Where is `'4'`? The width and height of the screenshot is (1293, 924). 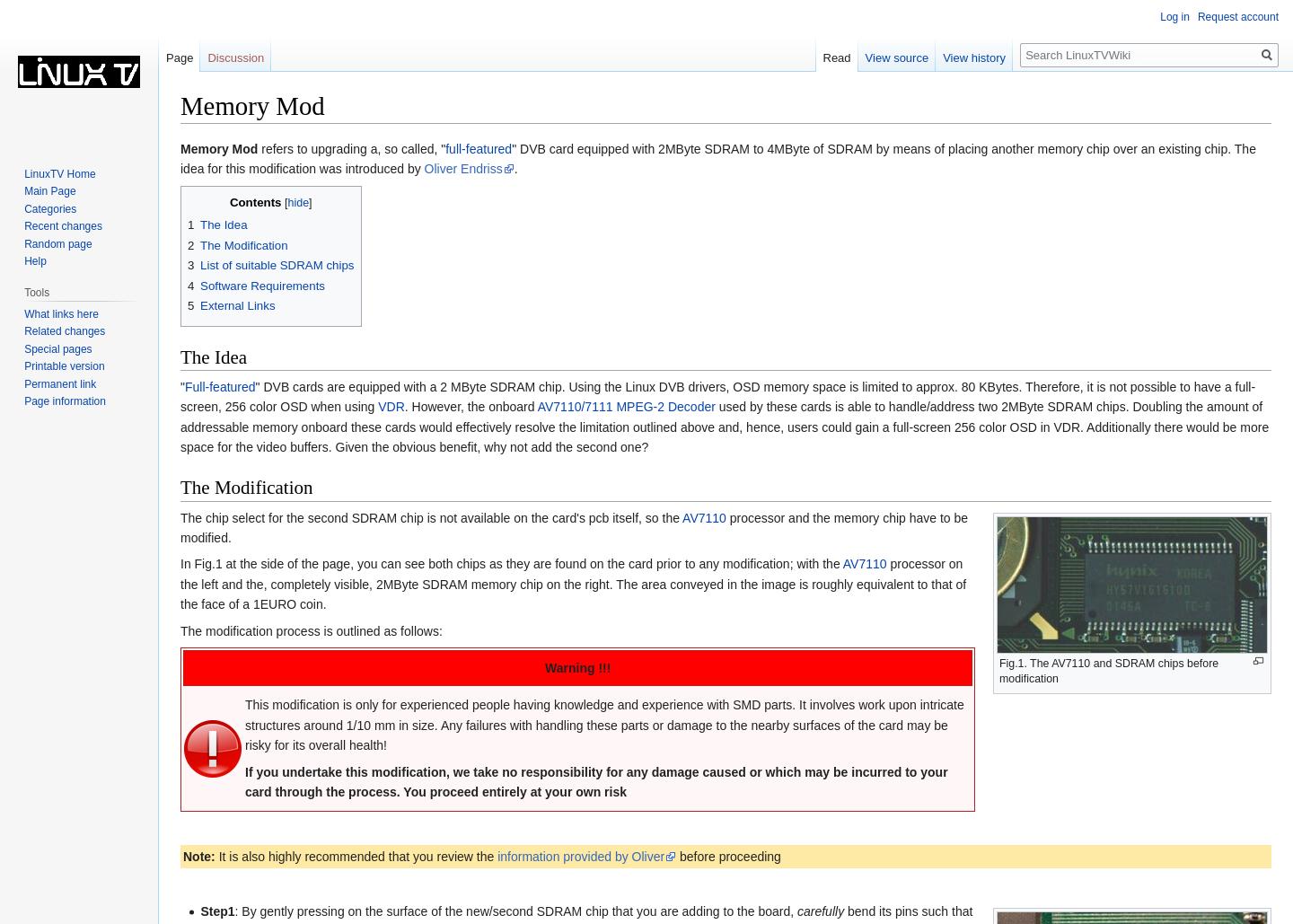
'4' is located at coordinates (190, 285).